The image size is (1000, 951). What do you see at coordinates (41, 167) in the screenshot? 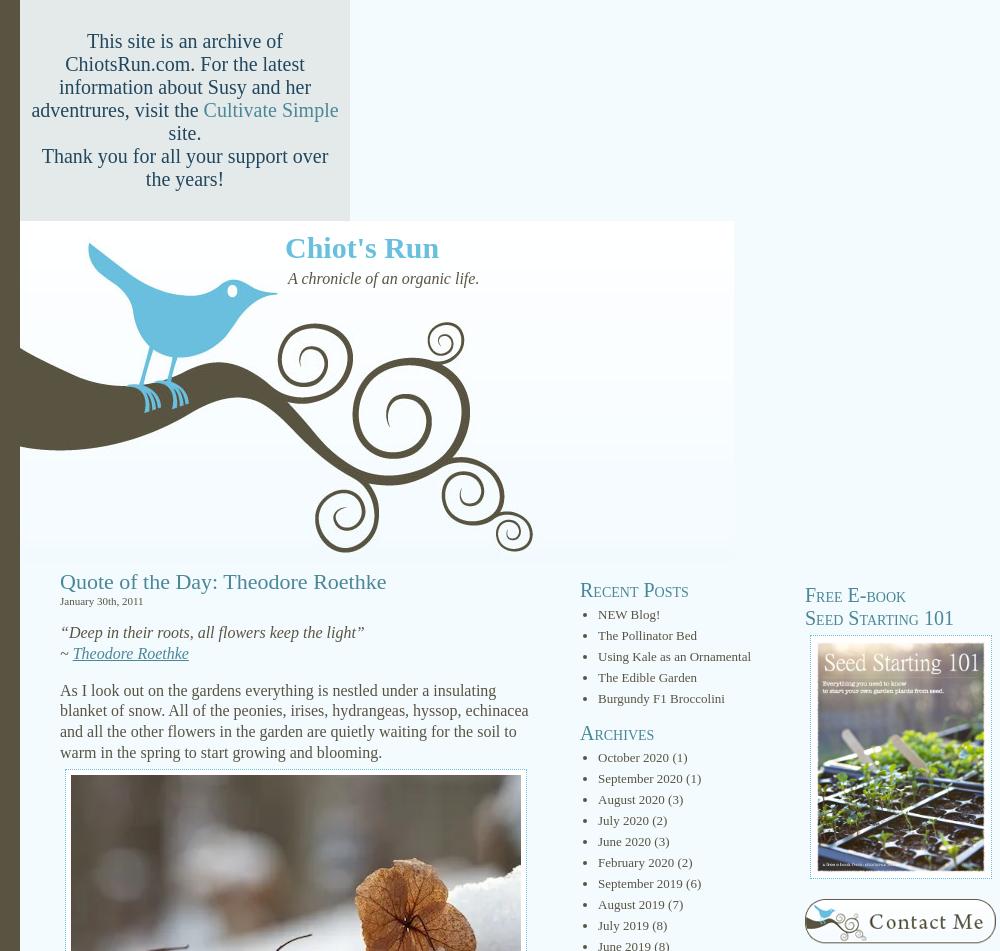
I see `'Thank you for all your support over the years!'` at bounding box center [41, 167].